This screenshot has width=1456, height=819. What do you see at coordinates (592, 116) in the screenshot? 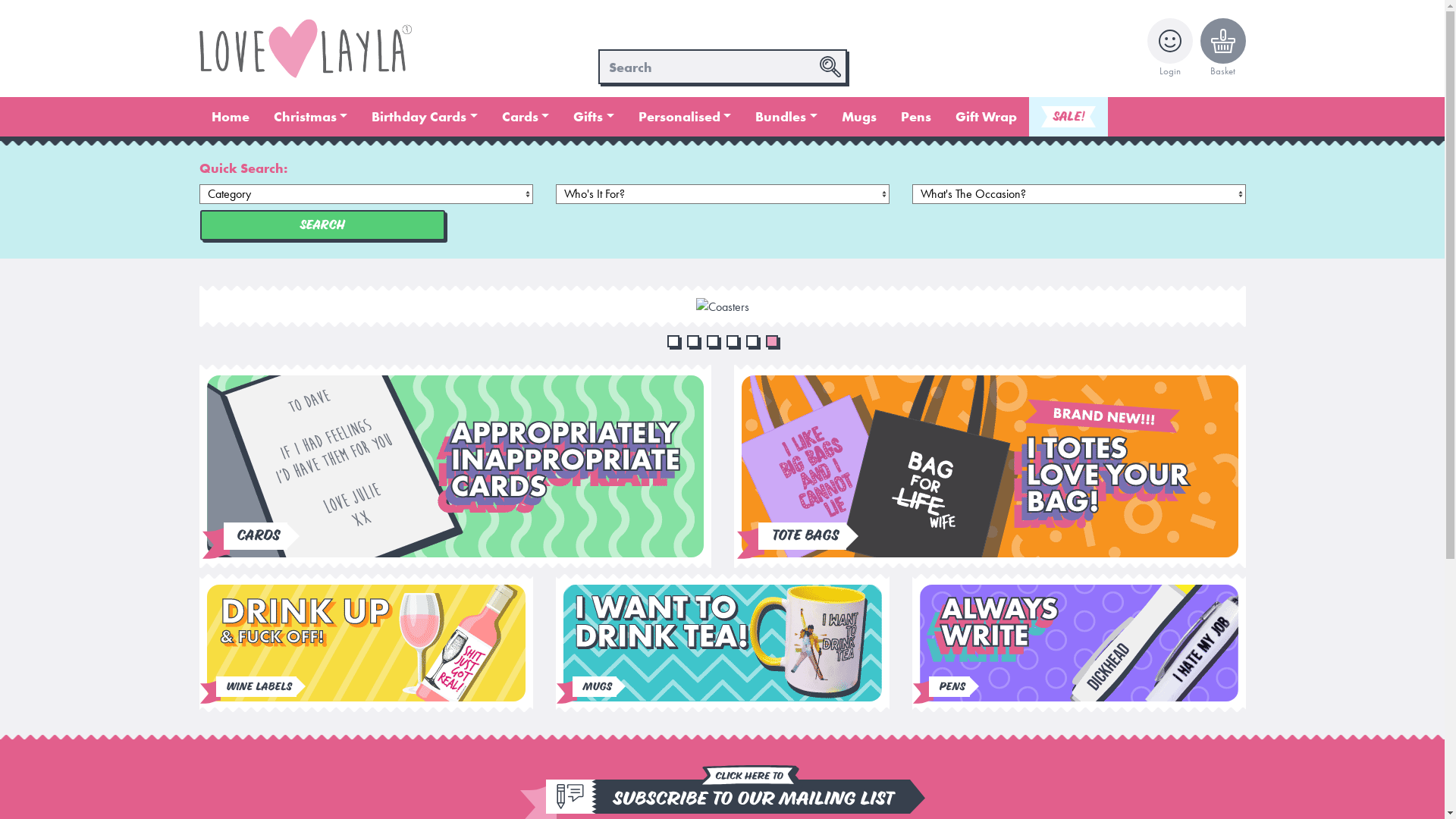
I see `'Gifts'` at bounding box center [592, 116].